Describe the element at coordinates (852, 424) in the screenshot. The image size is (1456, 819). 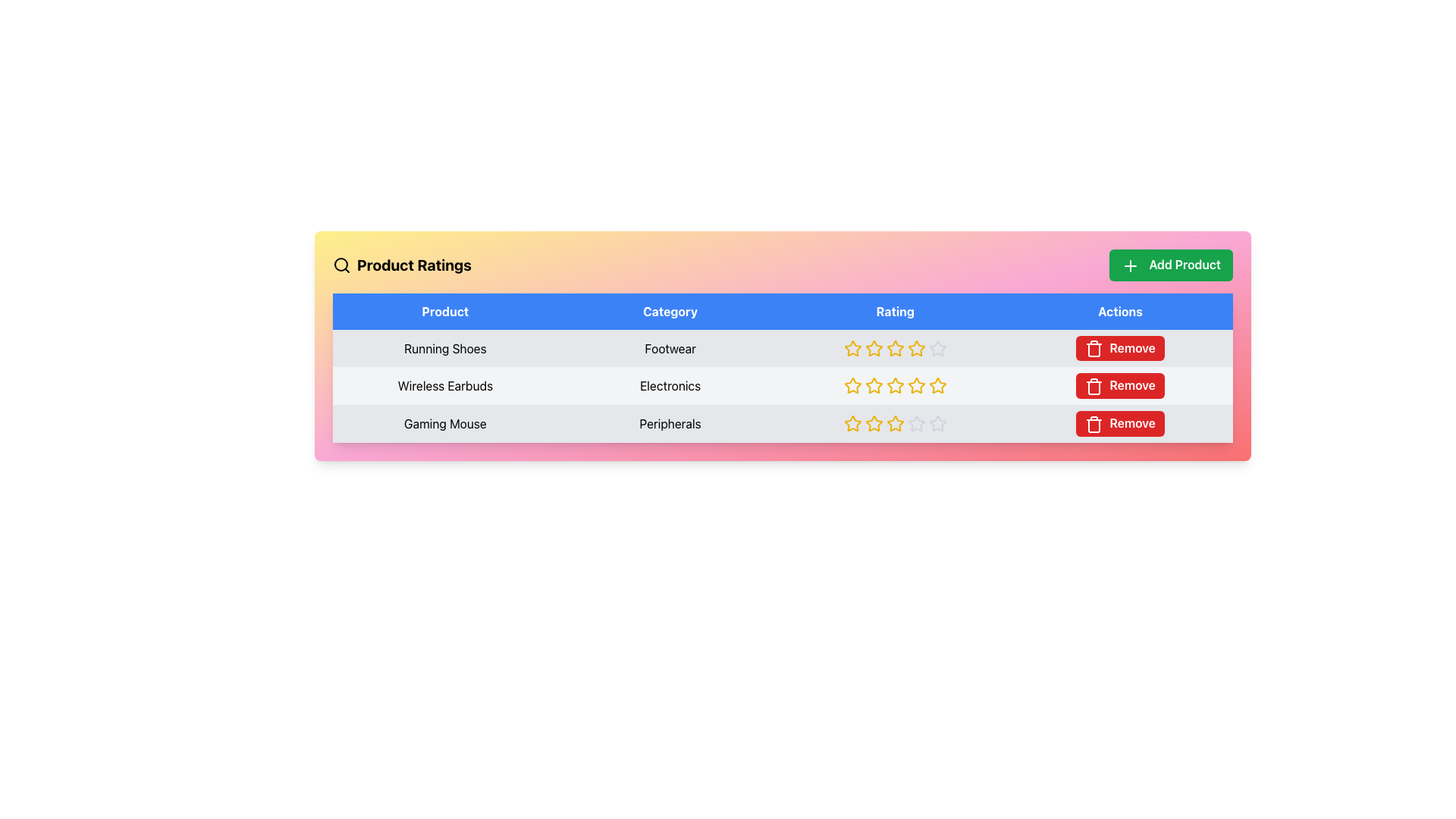
I see `the second yellow star icon in the rating column associated with the 'Gaming Mouse' product` at that location.